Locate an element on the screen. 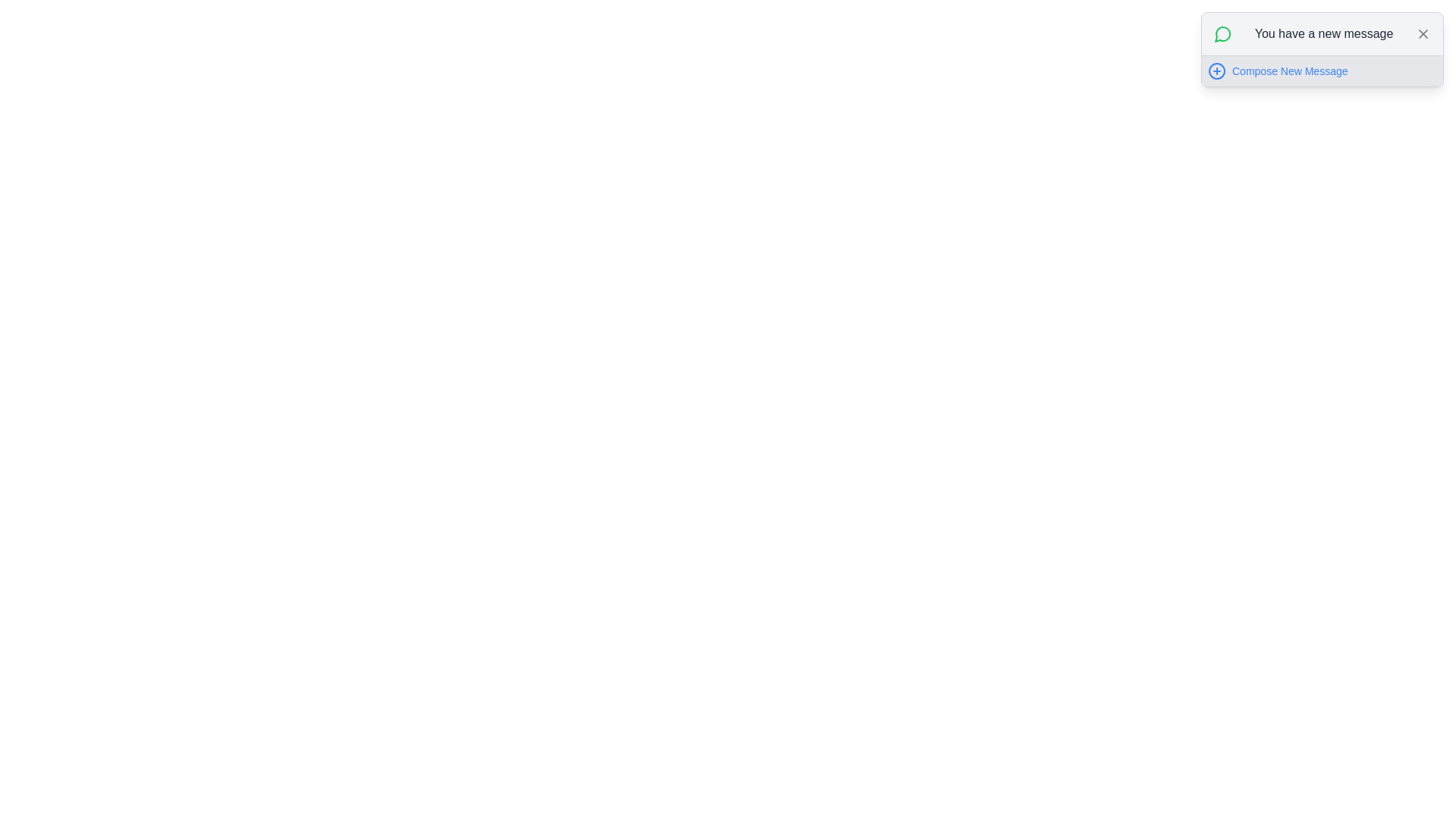 This screenshot has width=1456, height=819. the close button located at the top-right corner of the notification box titled 'You have a new message' to change its color is located at coordinates (1422, 34).